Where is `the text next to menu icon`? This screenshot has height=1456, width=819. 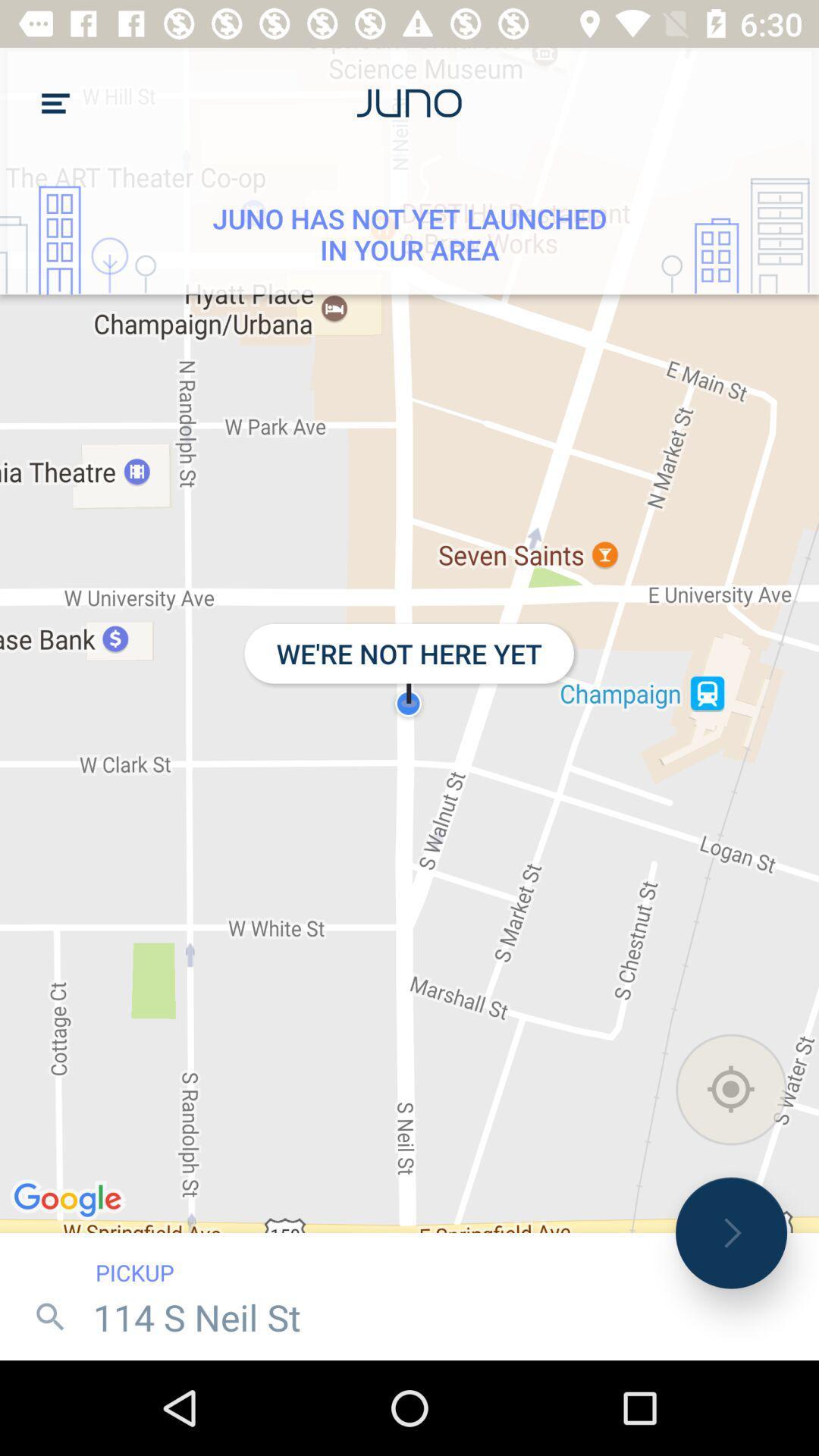 the text next to menu icon is located at coordinates (409, 102).